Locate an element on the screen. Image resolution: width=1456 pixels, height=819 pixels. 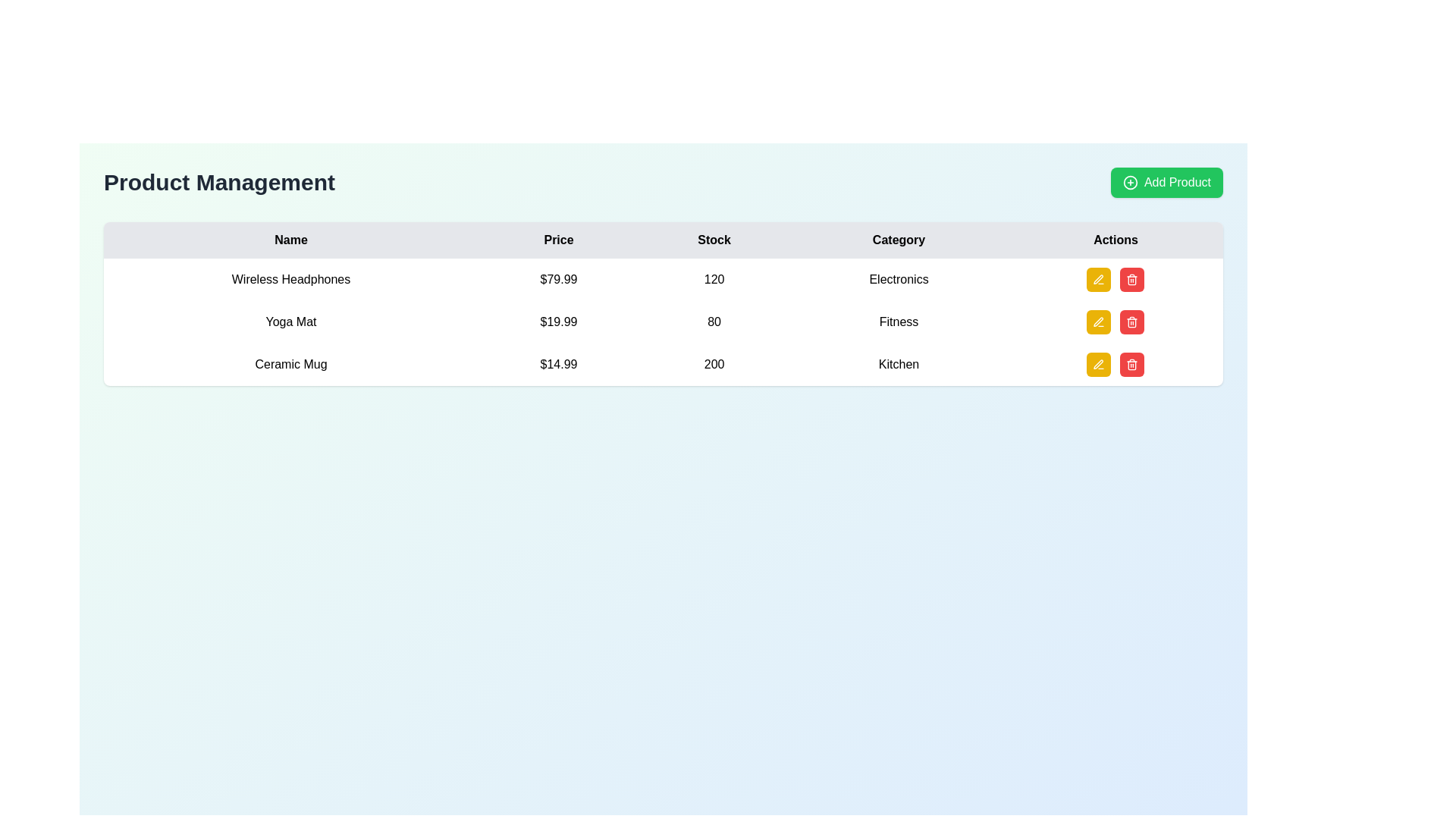
the main outline of the trash bin icon in the 'Actions' column for the third item in the product table is located at coordinates (1132, 281).